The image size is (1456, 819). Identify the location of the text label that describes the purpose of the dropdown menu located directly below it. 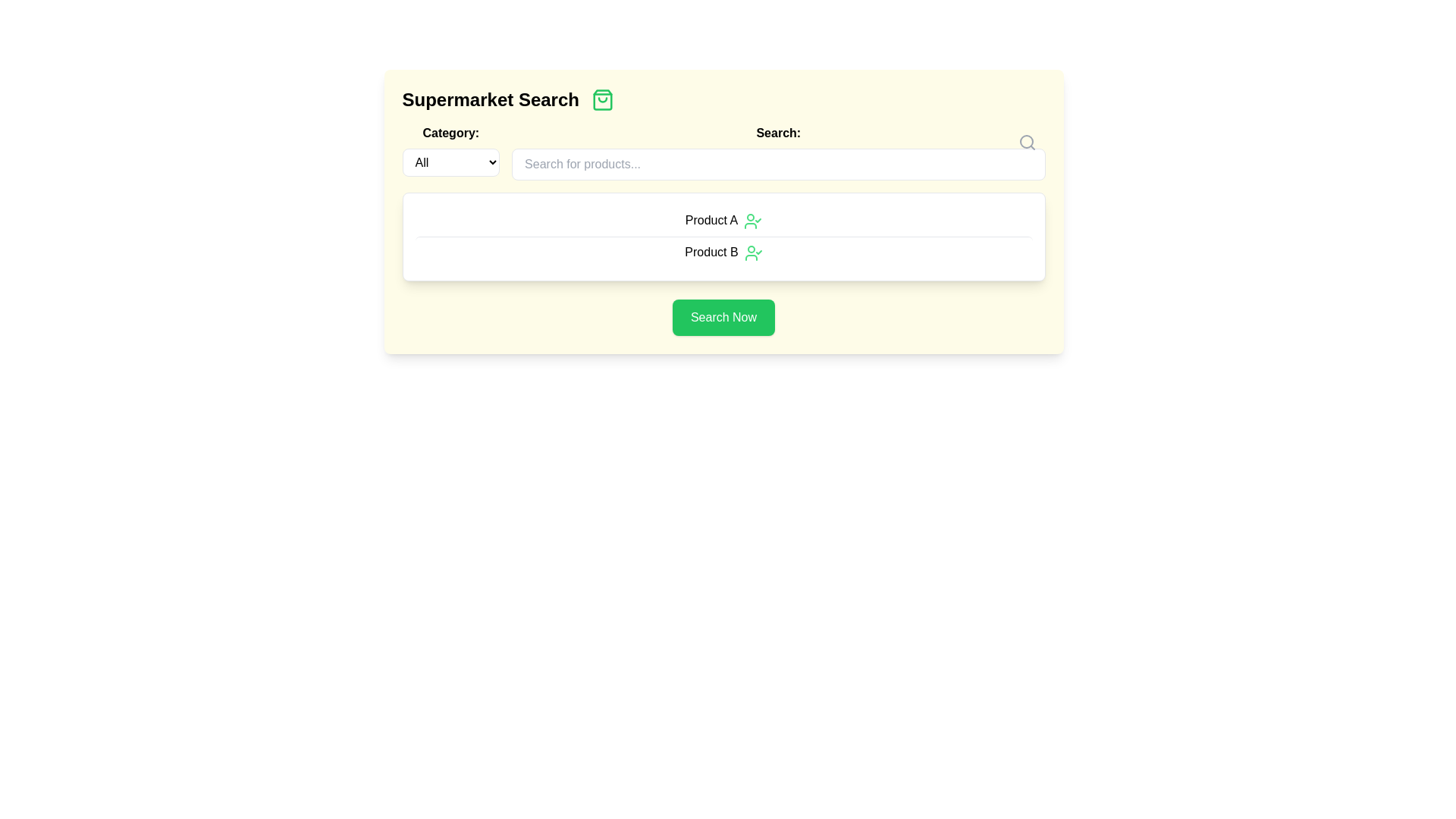
(450, 133).